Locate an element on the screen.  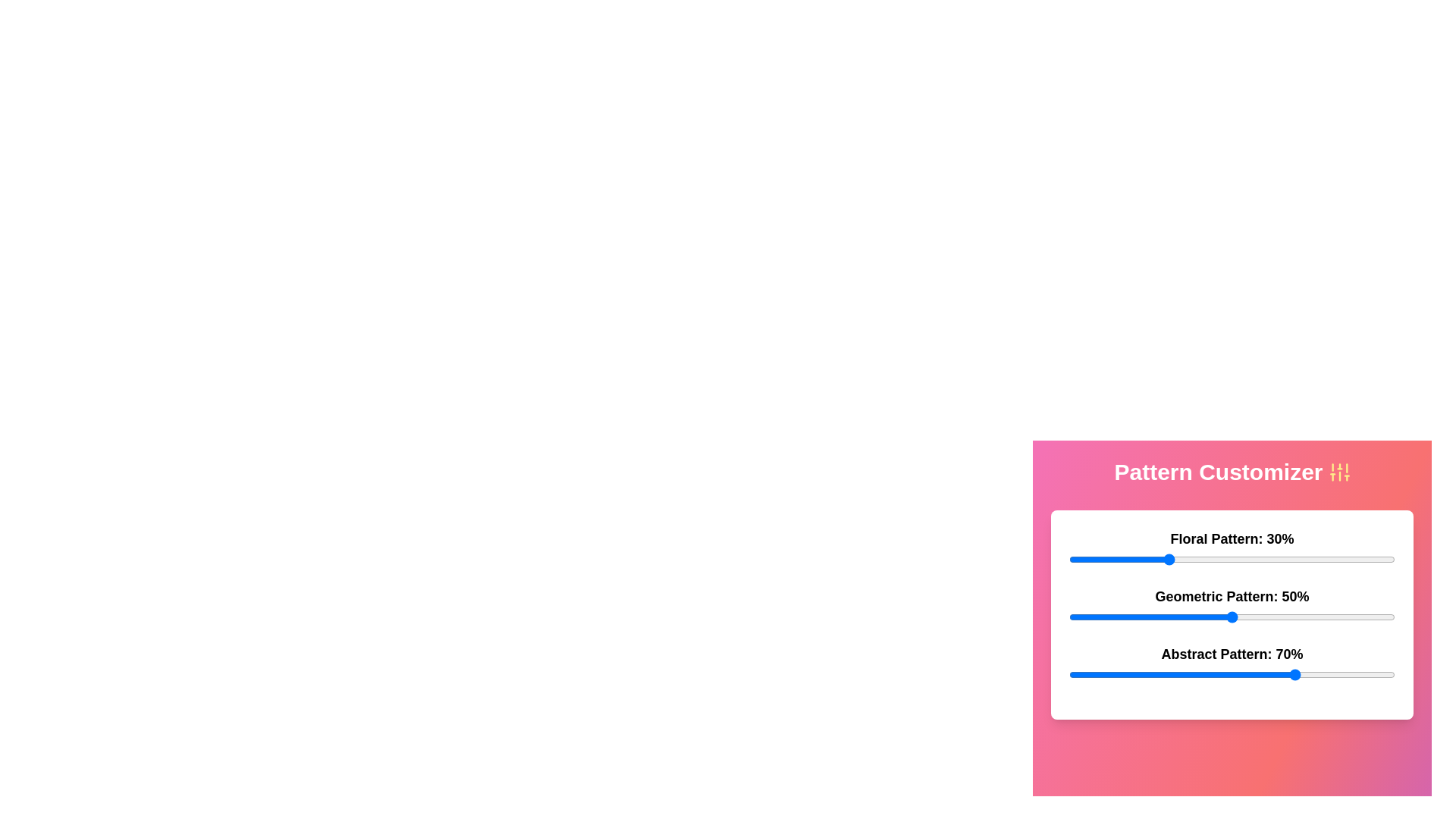
the header text 'Pattern Customizer' to simulate user interaction is located at coordinates (1232, 472).